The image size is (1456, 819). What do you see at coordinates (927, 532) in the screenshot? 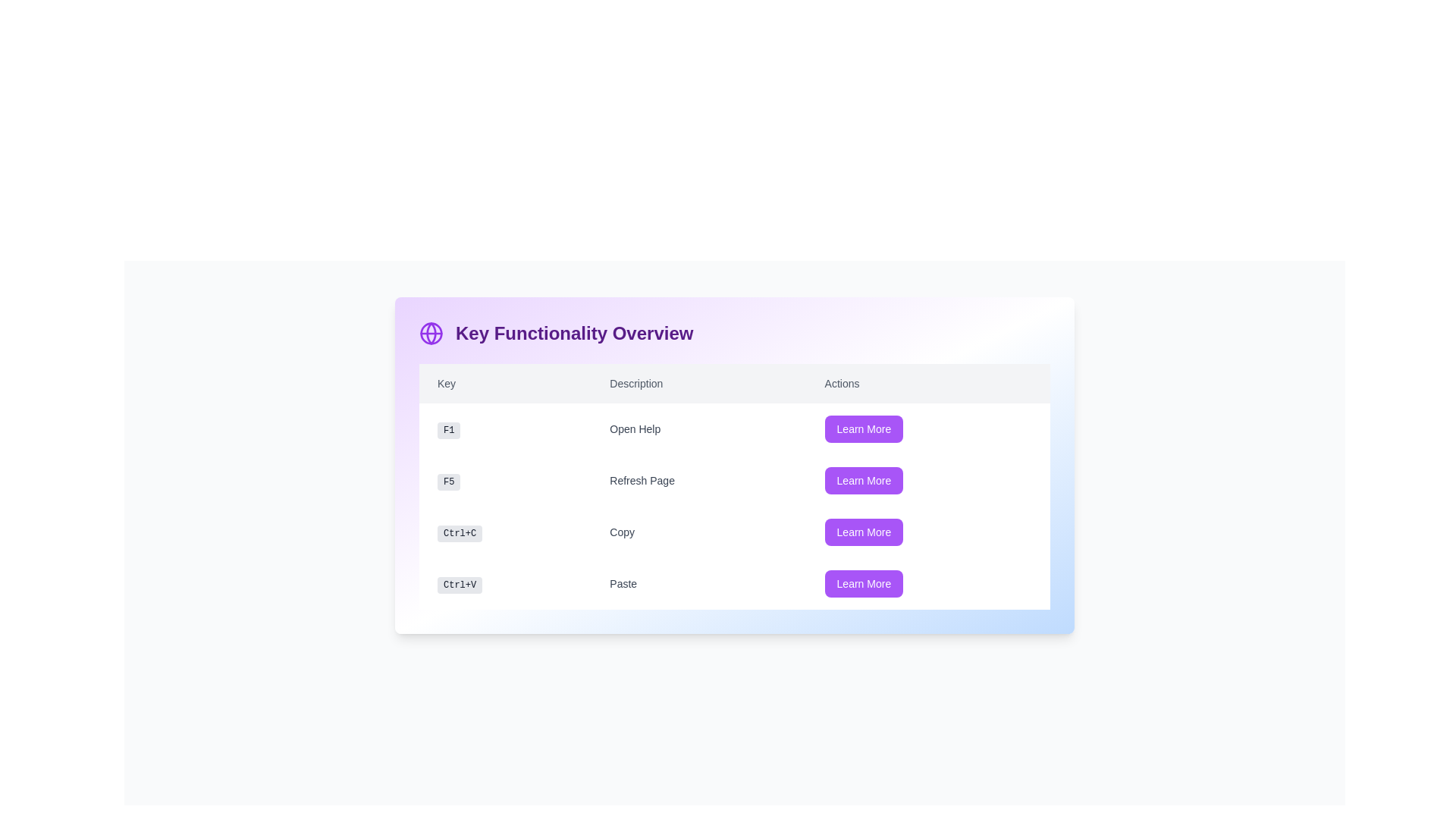
I see `the purple 'Learn More' button with rounded corners, the third button from the top in the 'Actions' column of the table` at bounding box center [927, 532].